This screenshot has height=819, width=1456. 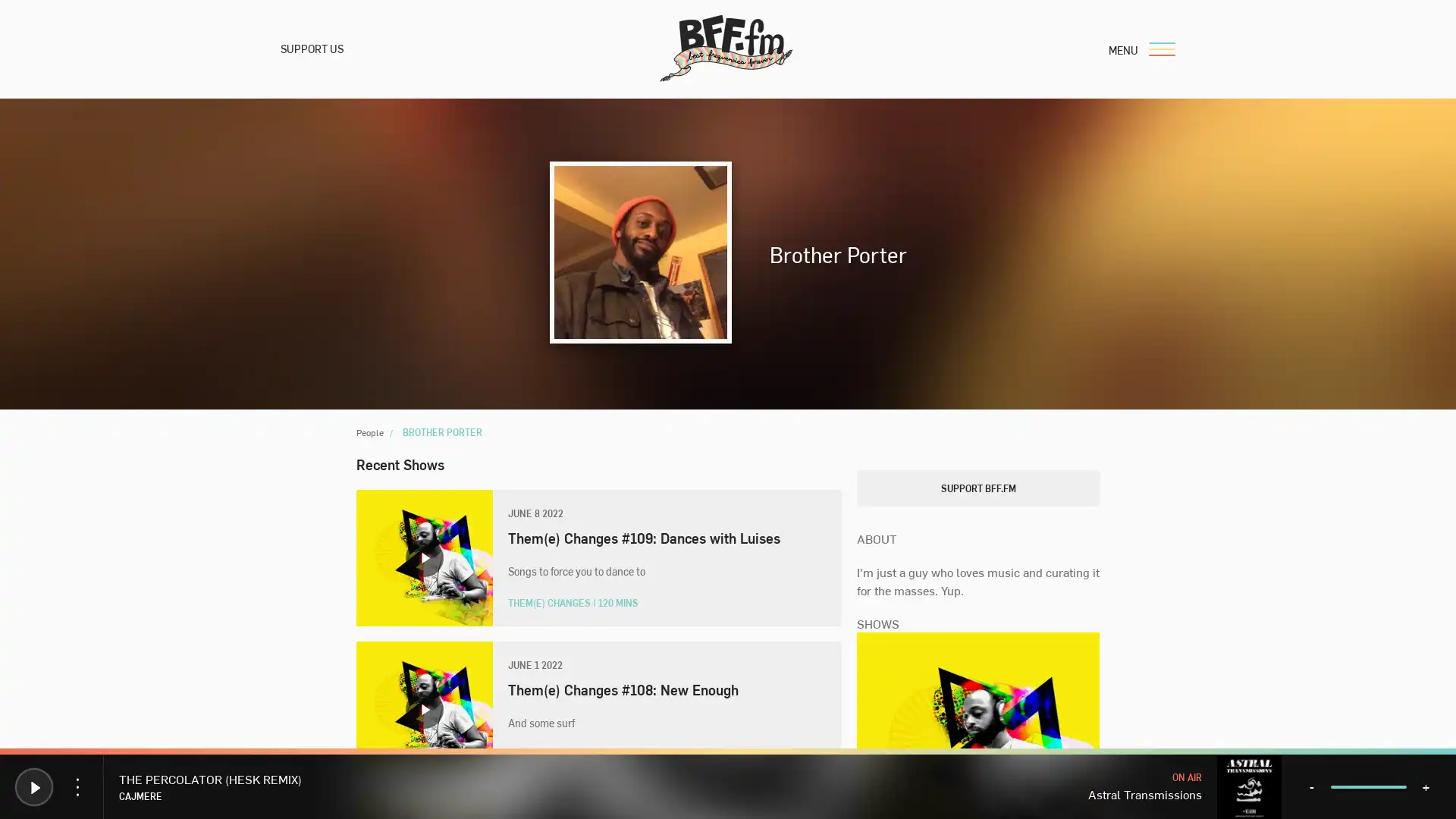 I want to click on Search, so click(x=878, y=531).